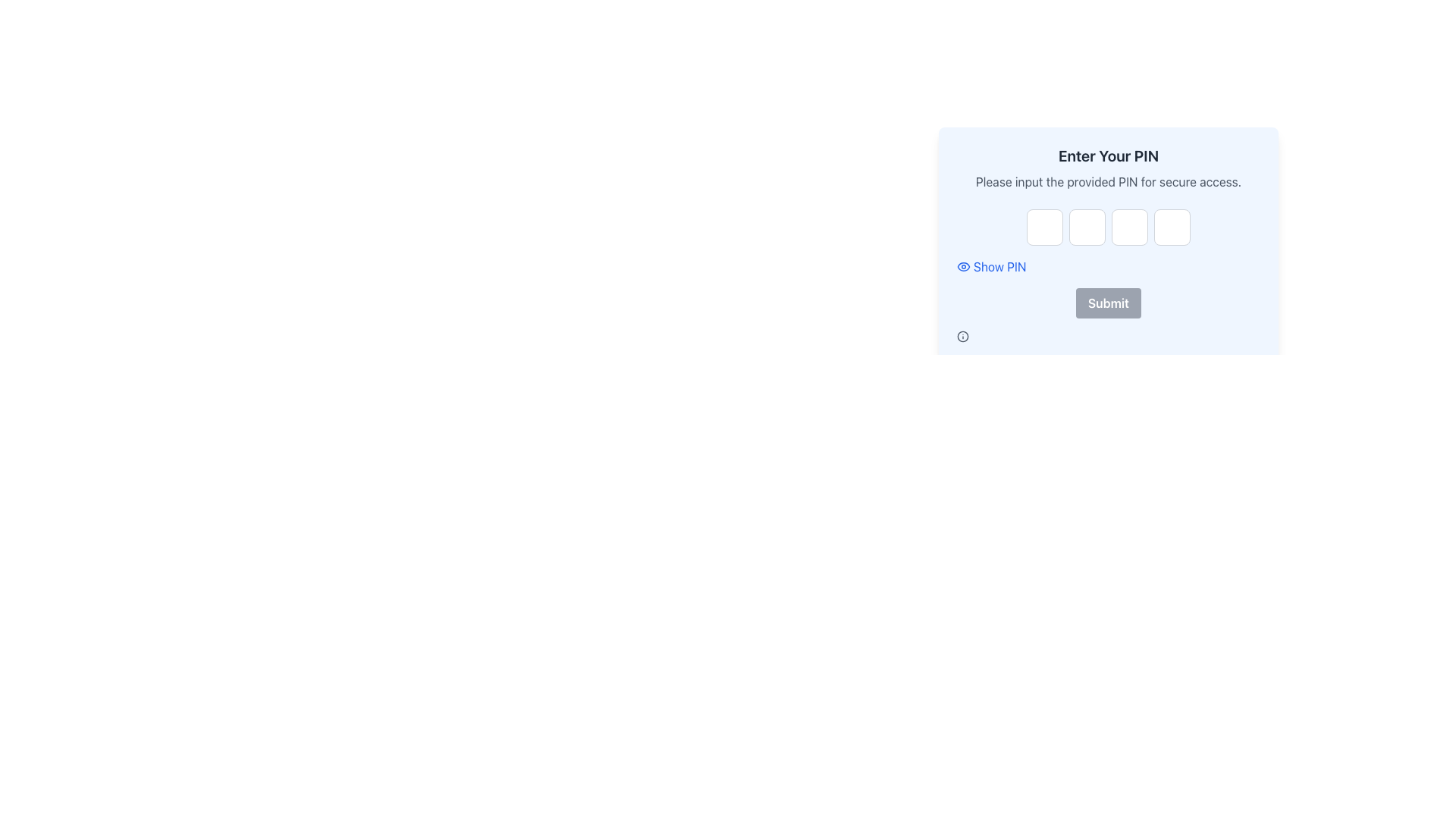 This screenshot has width=1456, height=819. What do you see at coordinates (962, 335) in the screenshot?
I see `the SVG Shape (Circle) element, which is part of an informational icon located in the right section of the interface, below the 'Show PIN' link and to the left of the 'Submit' button` at bounding box center [962, 335].